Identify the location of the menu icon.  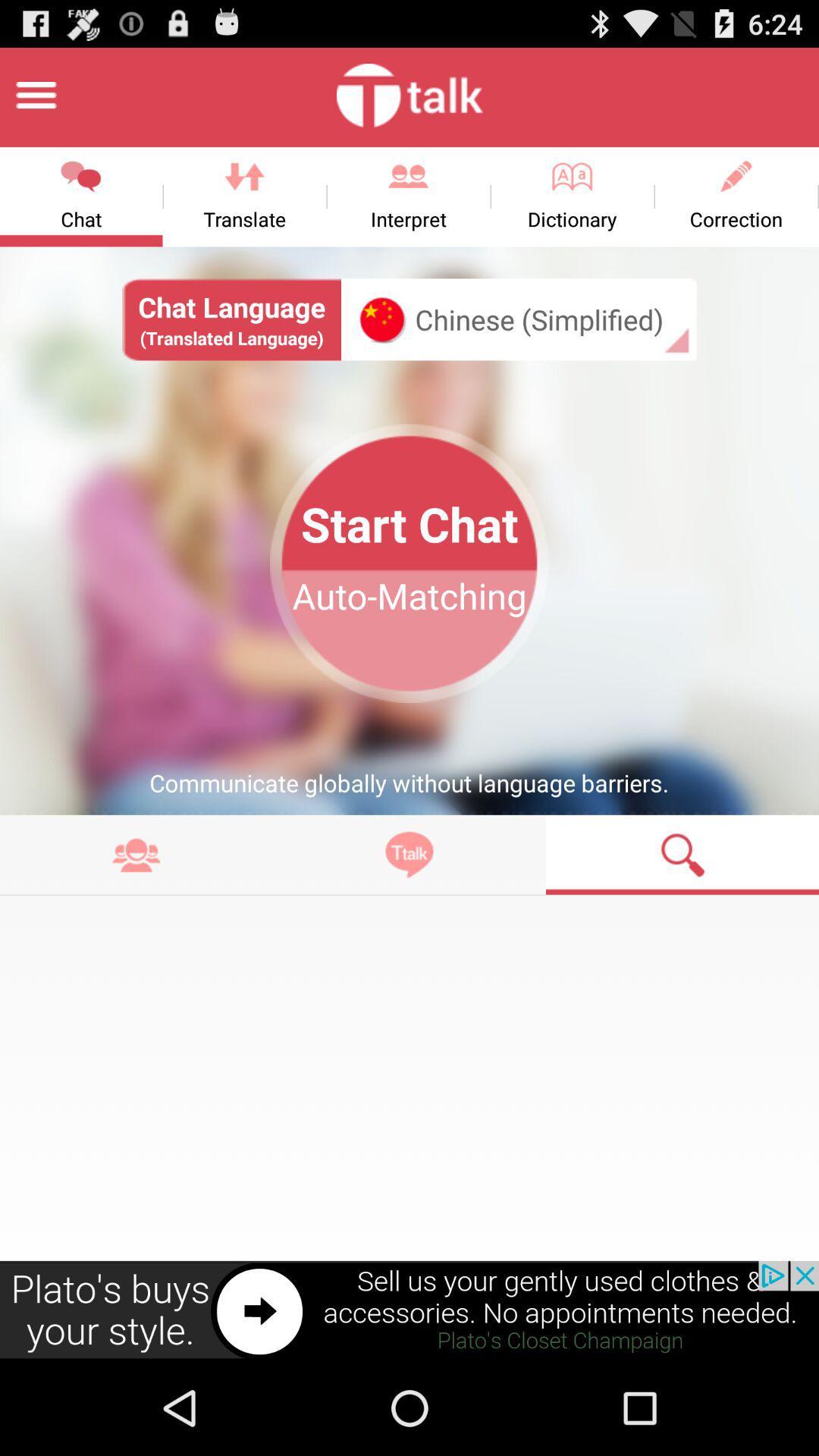
(35, 101).